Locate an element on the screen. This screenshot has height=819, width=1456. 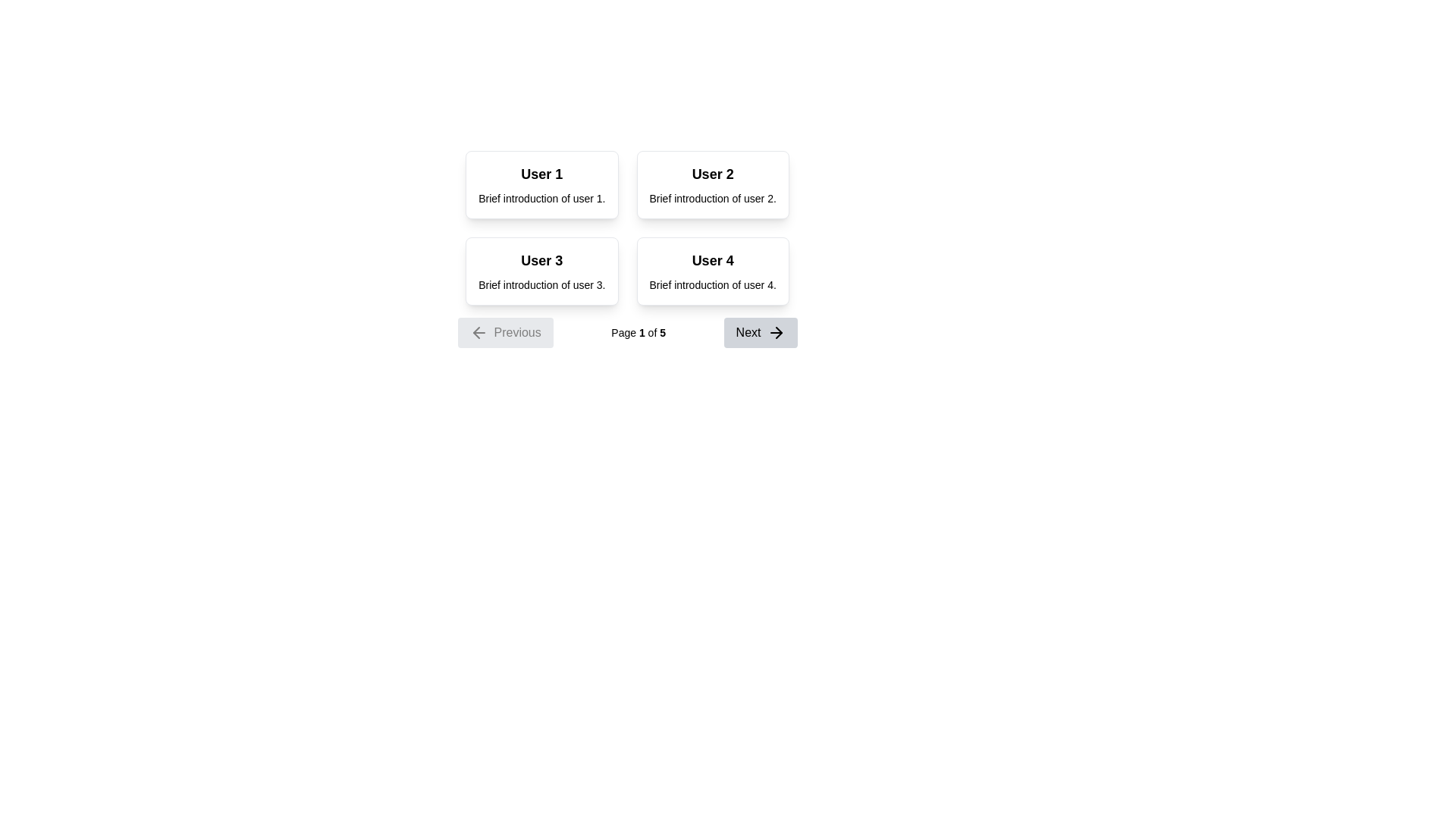
the text label that displays the current page number and total pages, located centrally between the 'Previous' and 'Next' buttons is located at coordinates (639, 332).